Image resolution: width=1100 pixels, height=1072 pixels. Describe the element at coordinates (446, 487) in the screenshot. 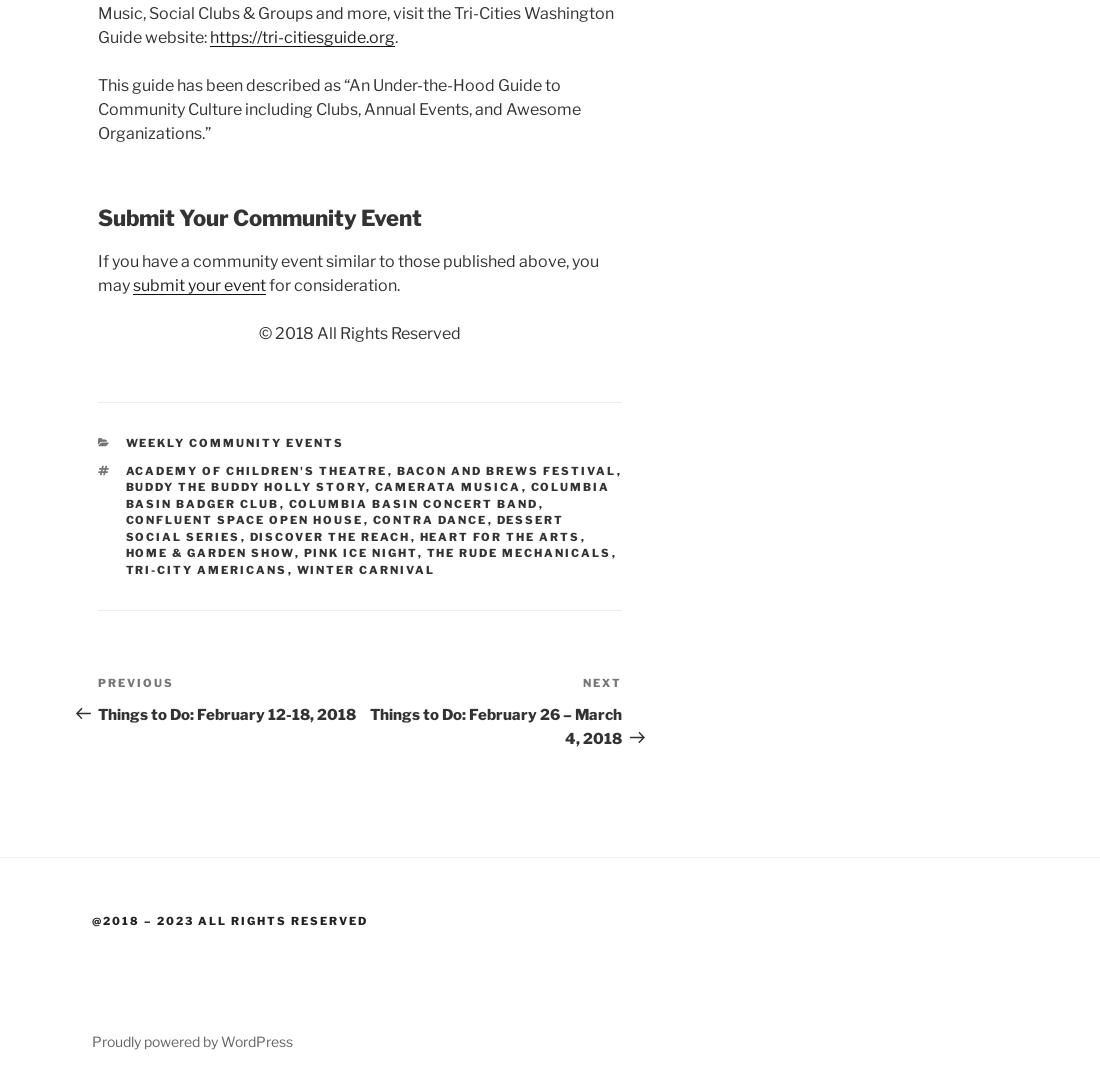

I see `'Camerata Musica'` at that location.